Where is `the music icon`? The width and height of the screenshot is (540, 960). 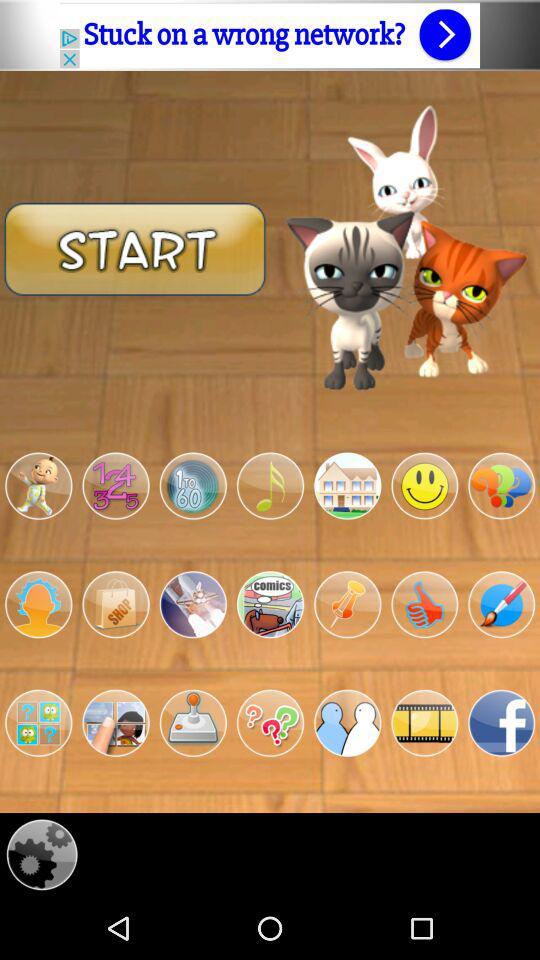
the music icon is located at coordinates (270, 519).